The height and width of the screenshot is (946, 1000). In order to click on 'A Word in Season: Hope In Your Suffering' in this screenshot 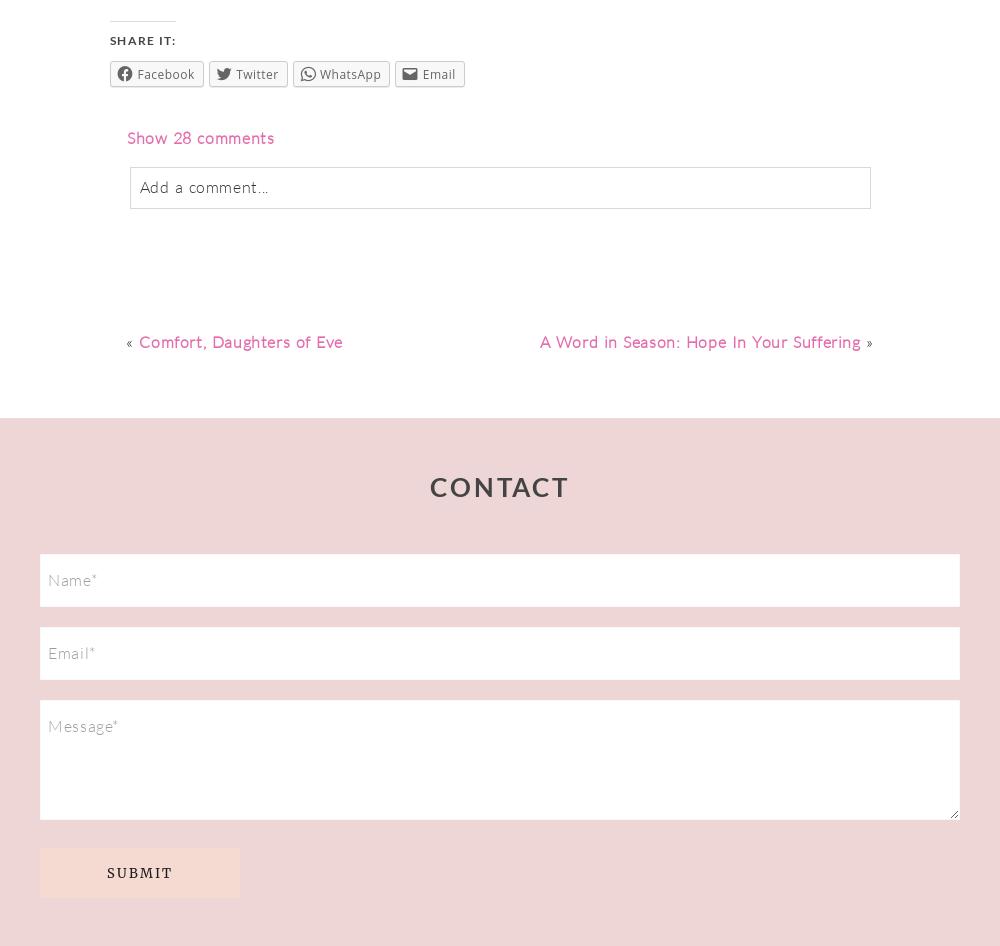, I will do `click(698, 341)`.